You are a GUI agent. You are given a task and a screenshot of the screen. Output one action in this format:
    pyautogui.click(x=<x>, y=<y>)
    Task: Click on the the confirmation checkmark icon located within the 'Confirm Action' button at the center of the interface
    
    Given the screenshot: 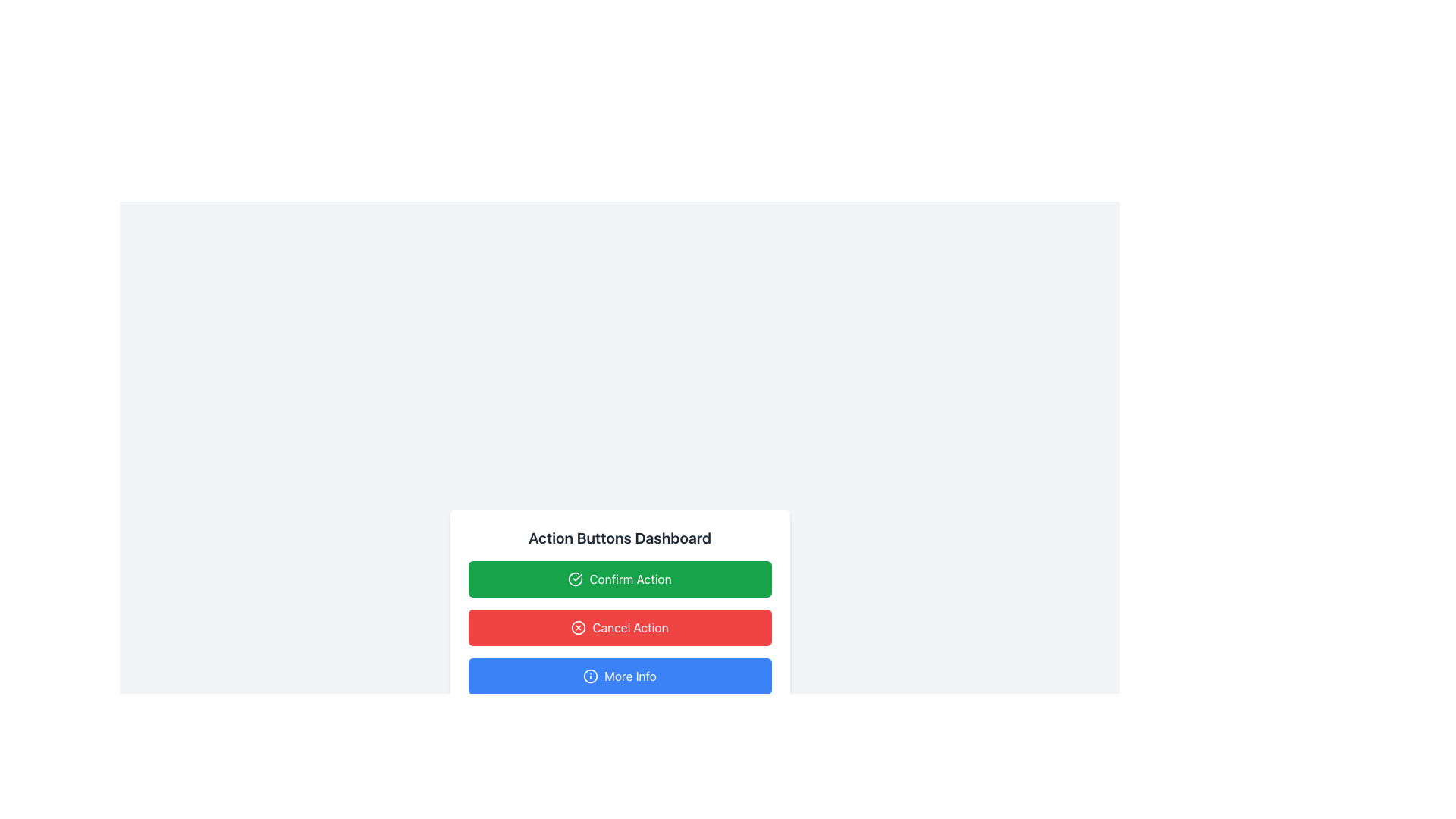 What is the action you would take?
    pyautogui.click(x=575, y=579)
    